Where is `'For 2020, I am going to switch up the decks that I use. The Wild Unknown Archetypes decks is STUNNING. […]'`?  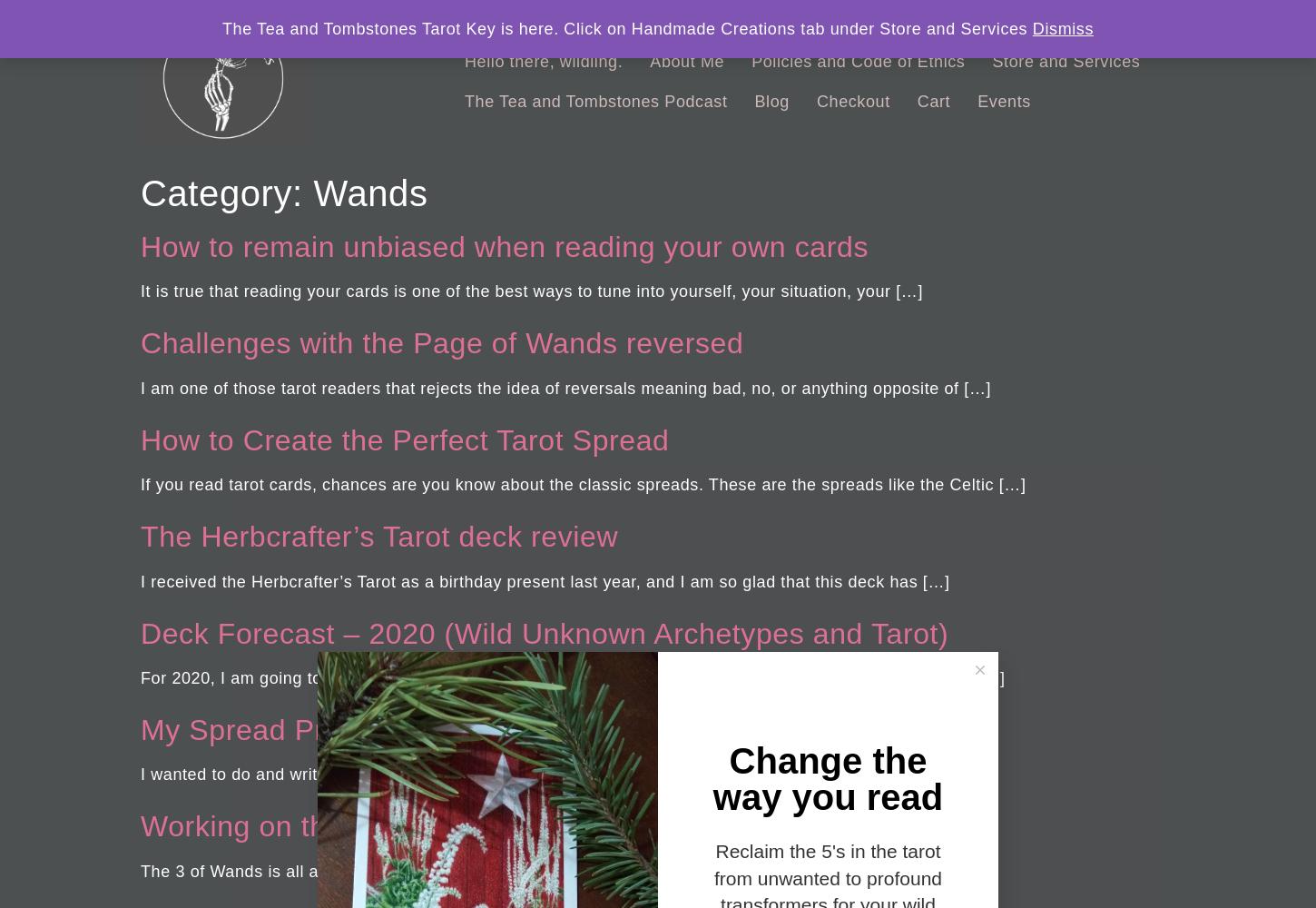 'For 2020, I am going to switch up the decks that I use. The Wild Unknown Archetypes decks is STUNNING. […]' is located at coordinates (572, 676).